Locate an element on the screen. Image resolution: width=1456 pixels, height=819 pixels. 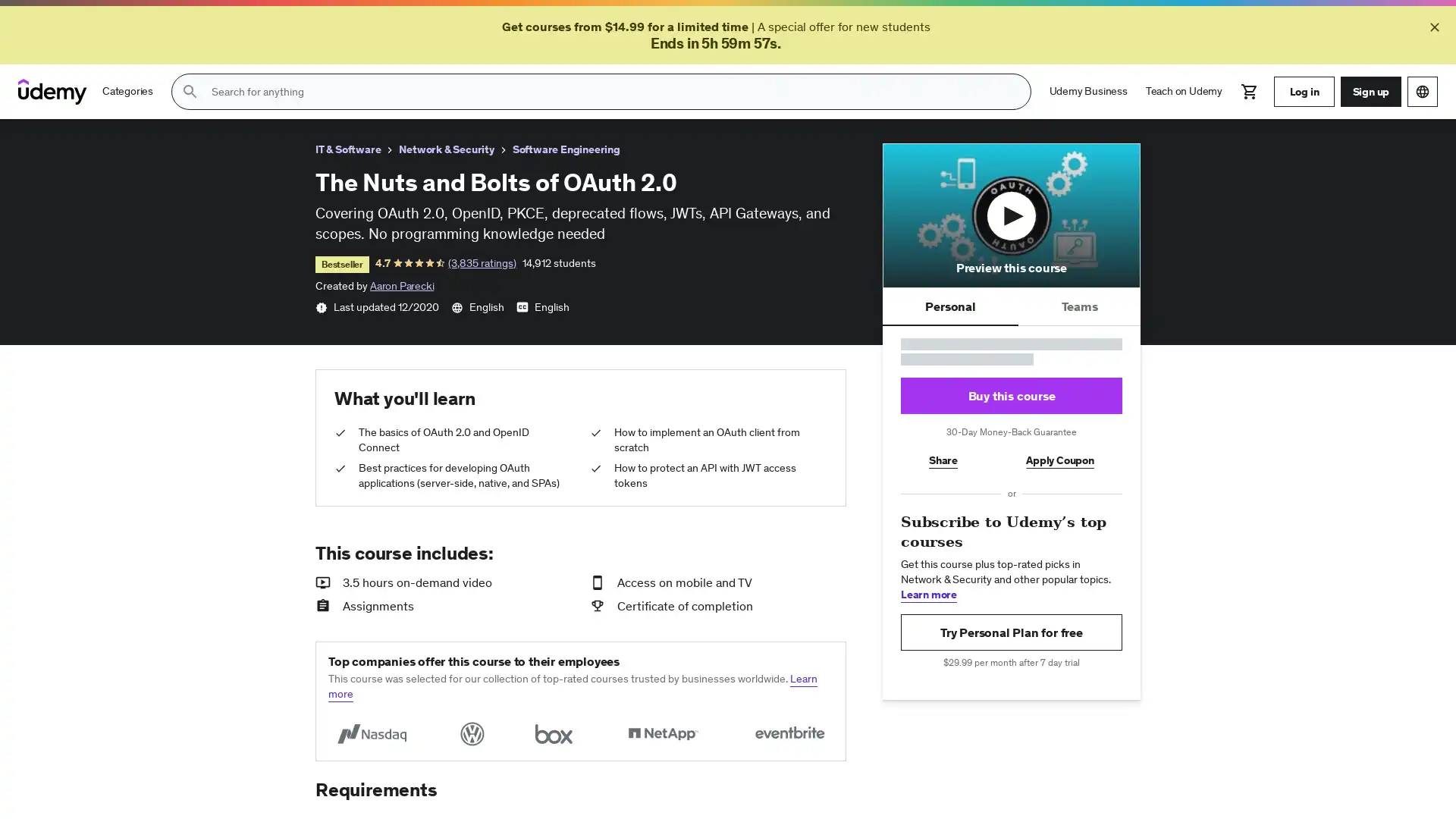
Close is located at coordinates (1433, 27).